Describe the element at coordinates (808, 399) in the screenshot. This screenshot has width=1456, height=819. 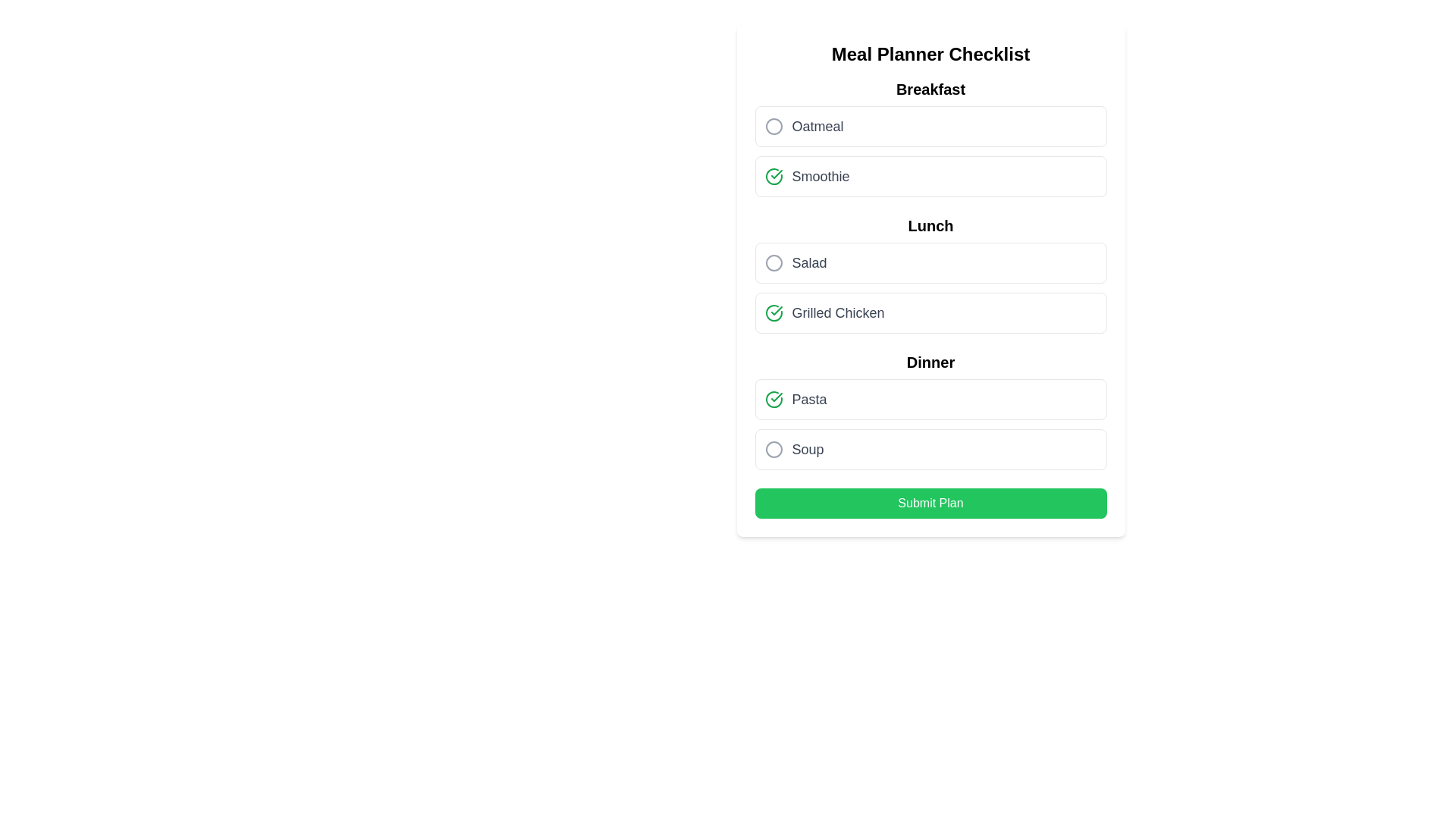
I see `the static text label displaying 'Pasta' in a gray-colored font, which is part of the Dinner section of the meal planner interface` at that location.